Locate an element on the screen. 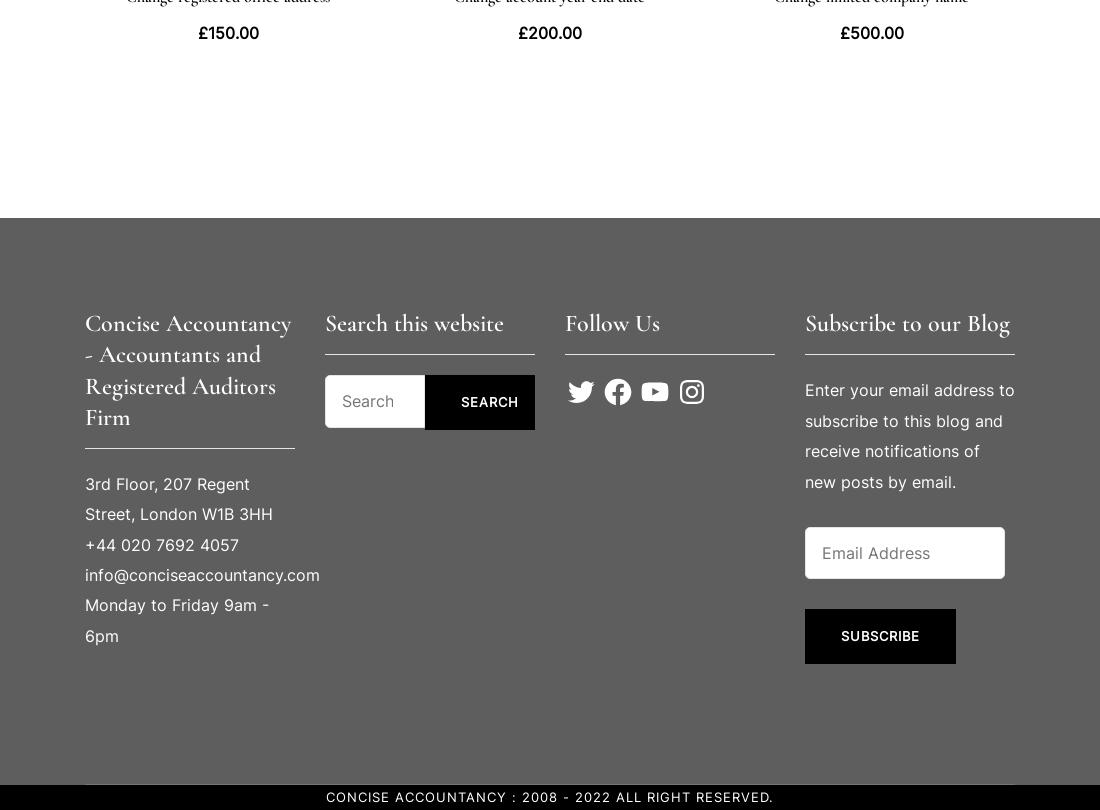 The image size is (1100, 810). '150.00' is located at coordinates (232, 31).